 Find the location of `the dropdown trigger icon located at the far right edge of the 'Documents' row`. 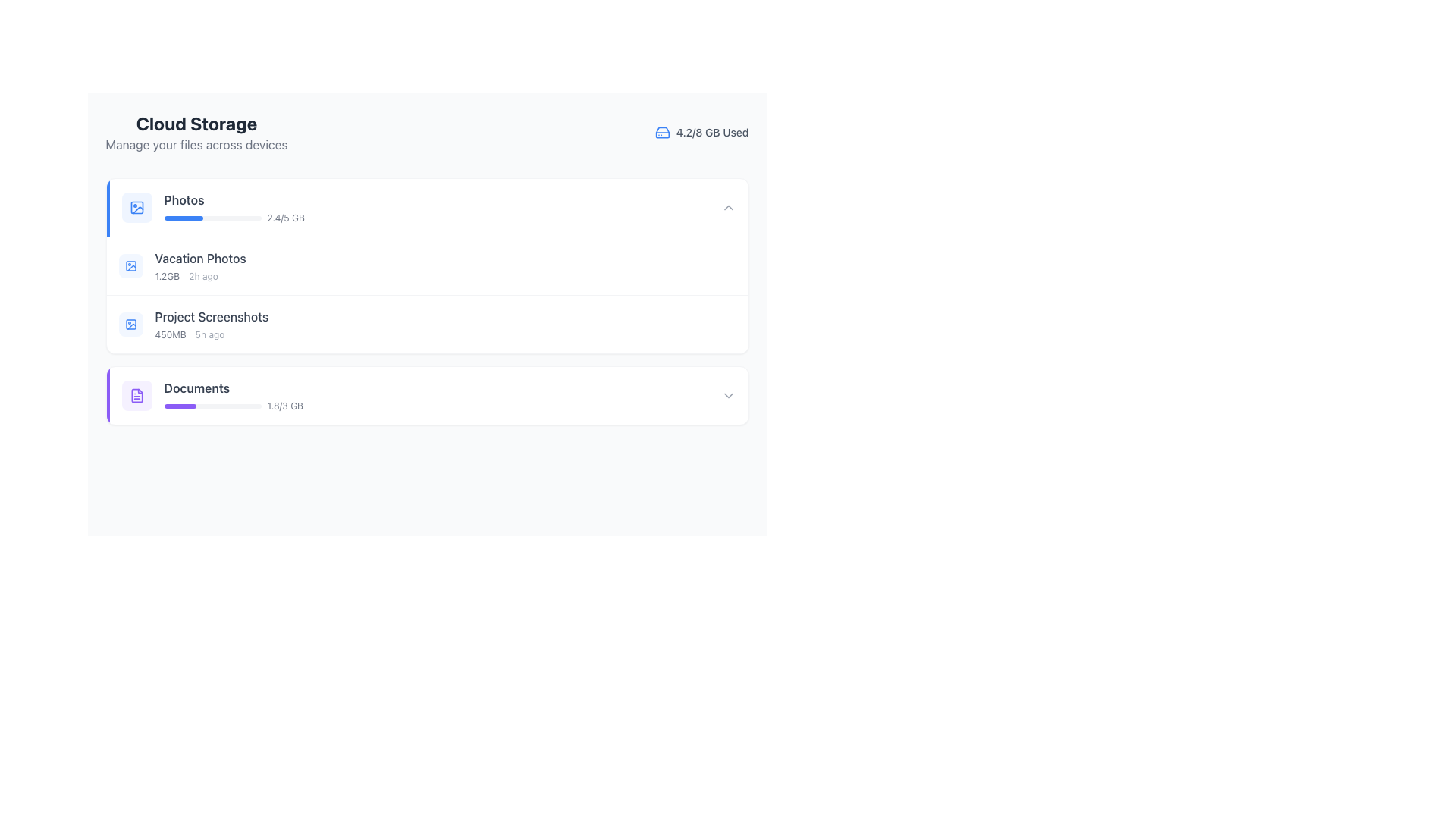

the dropdown trigger icon located at the far right edge of the 'Documents' row is located at coordinates (728, 394).